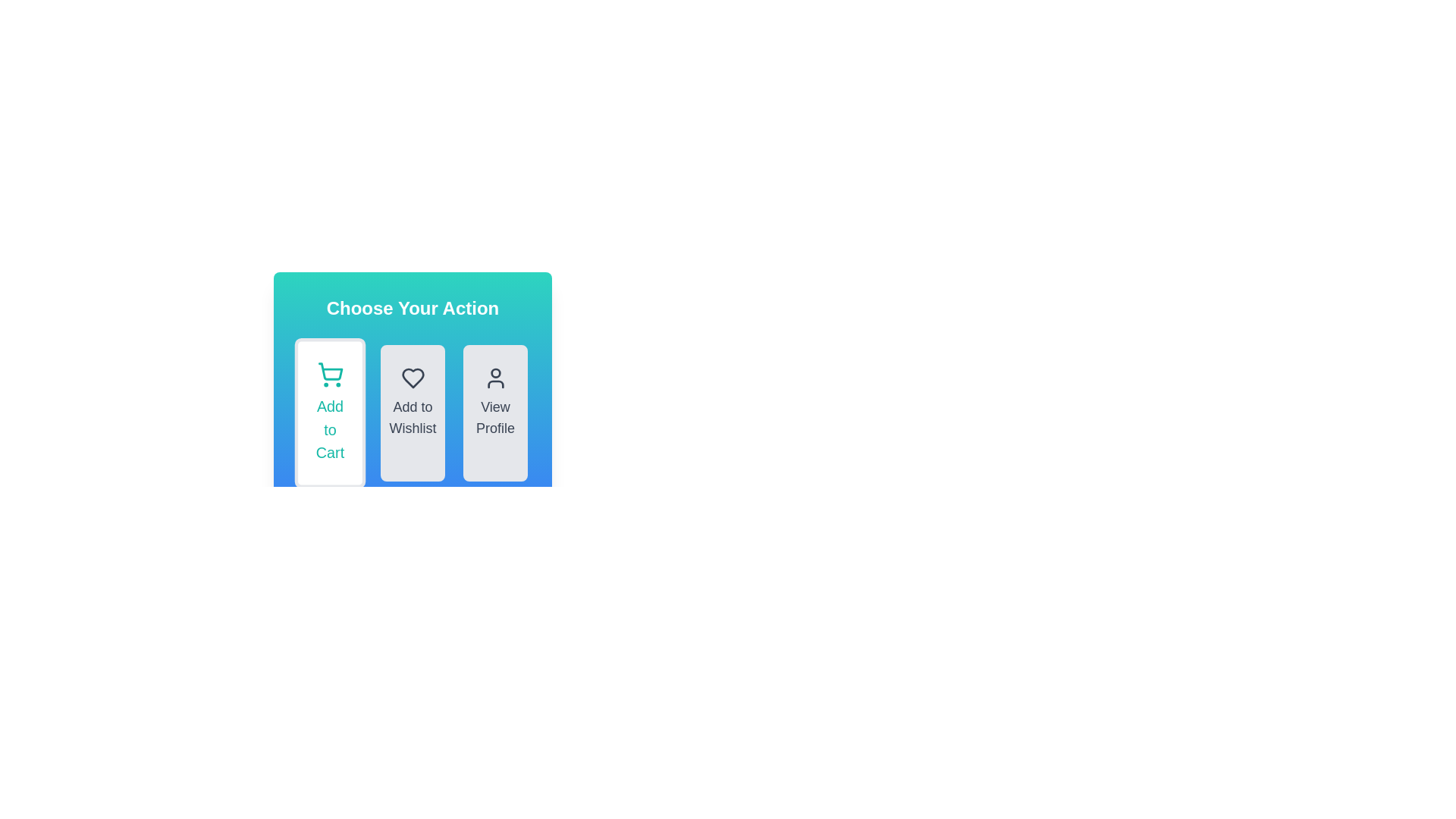 The image size is (1456, 819). What do you see at coordinates (495, 418) in the screenshot?
I see `the 'View Profile' text label, which is displayed in a medium-sized modern font within a card-like structure, to receive additional information` at bounding box center [495, 418].